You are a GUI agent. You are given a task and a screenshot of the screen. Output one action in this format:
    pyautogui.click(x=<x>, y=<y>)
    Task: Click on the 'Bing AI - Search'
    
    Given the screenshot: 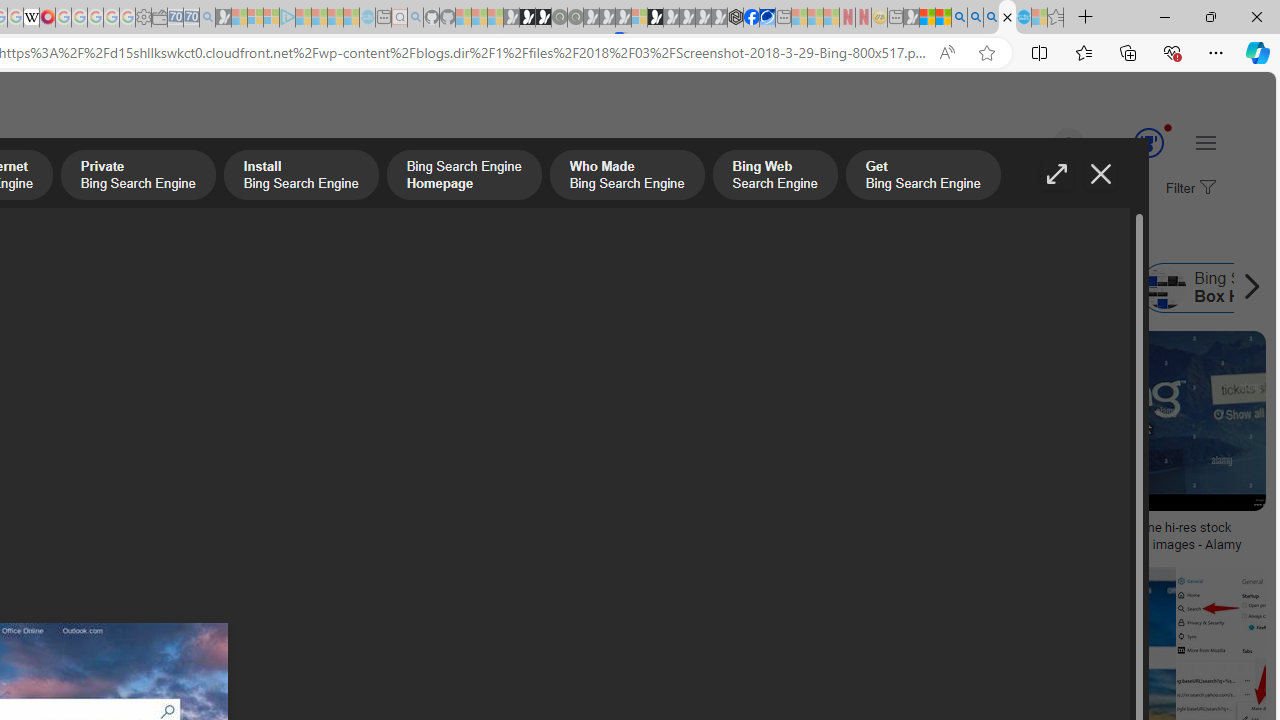 What is the action you would take?
    pyautogui.click(x=958, y=17)
    